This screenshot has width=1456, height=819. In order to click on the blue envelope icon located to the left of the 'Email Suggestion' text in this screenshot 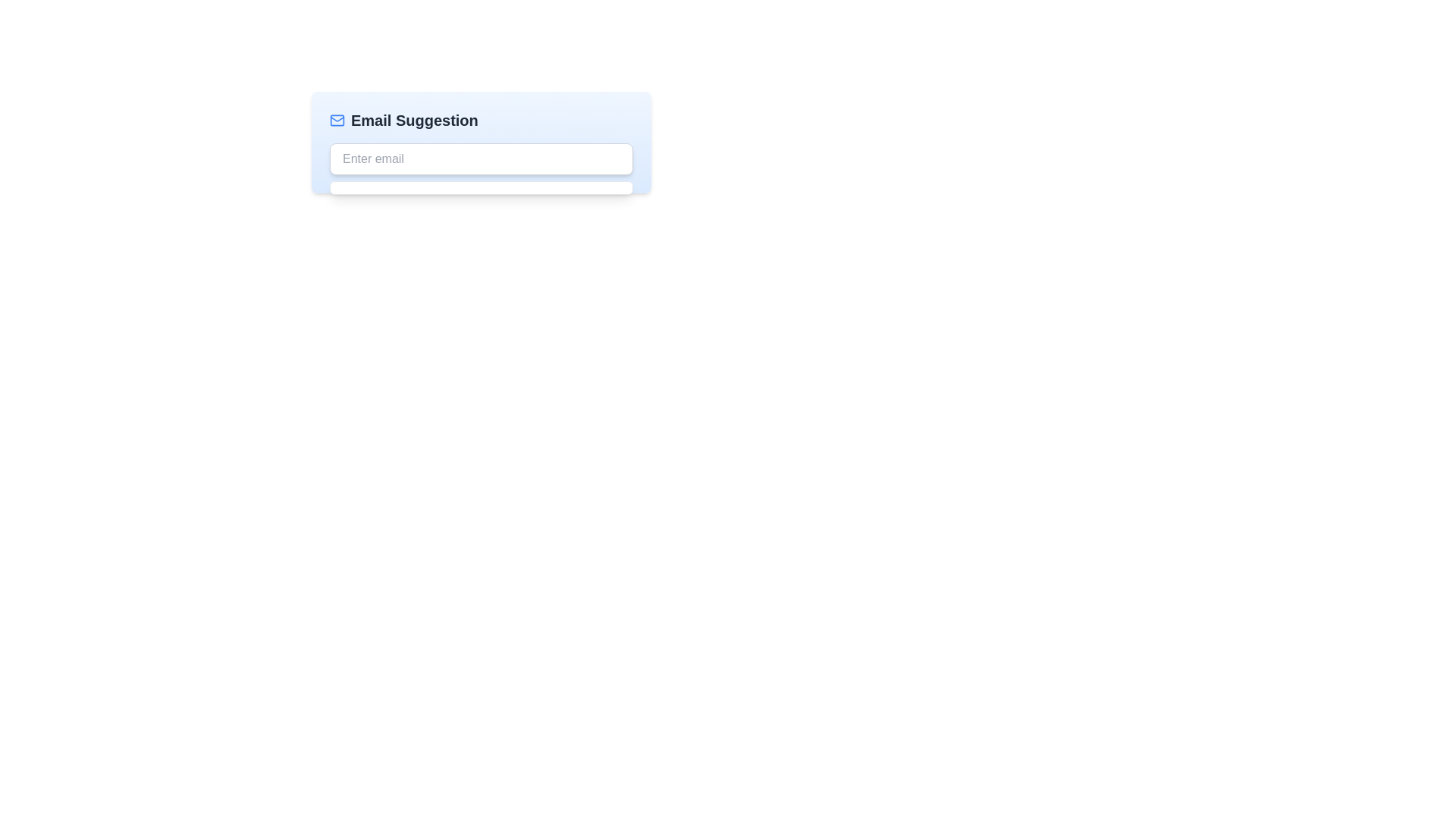, I will do `click(337, 119)`.